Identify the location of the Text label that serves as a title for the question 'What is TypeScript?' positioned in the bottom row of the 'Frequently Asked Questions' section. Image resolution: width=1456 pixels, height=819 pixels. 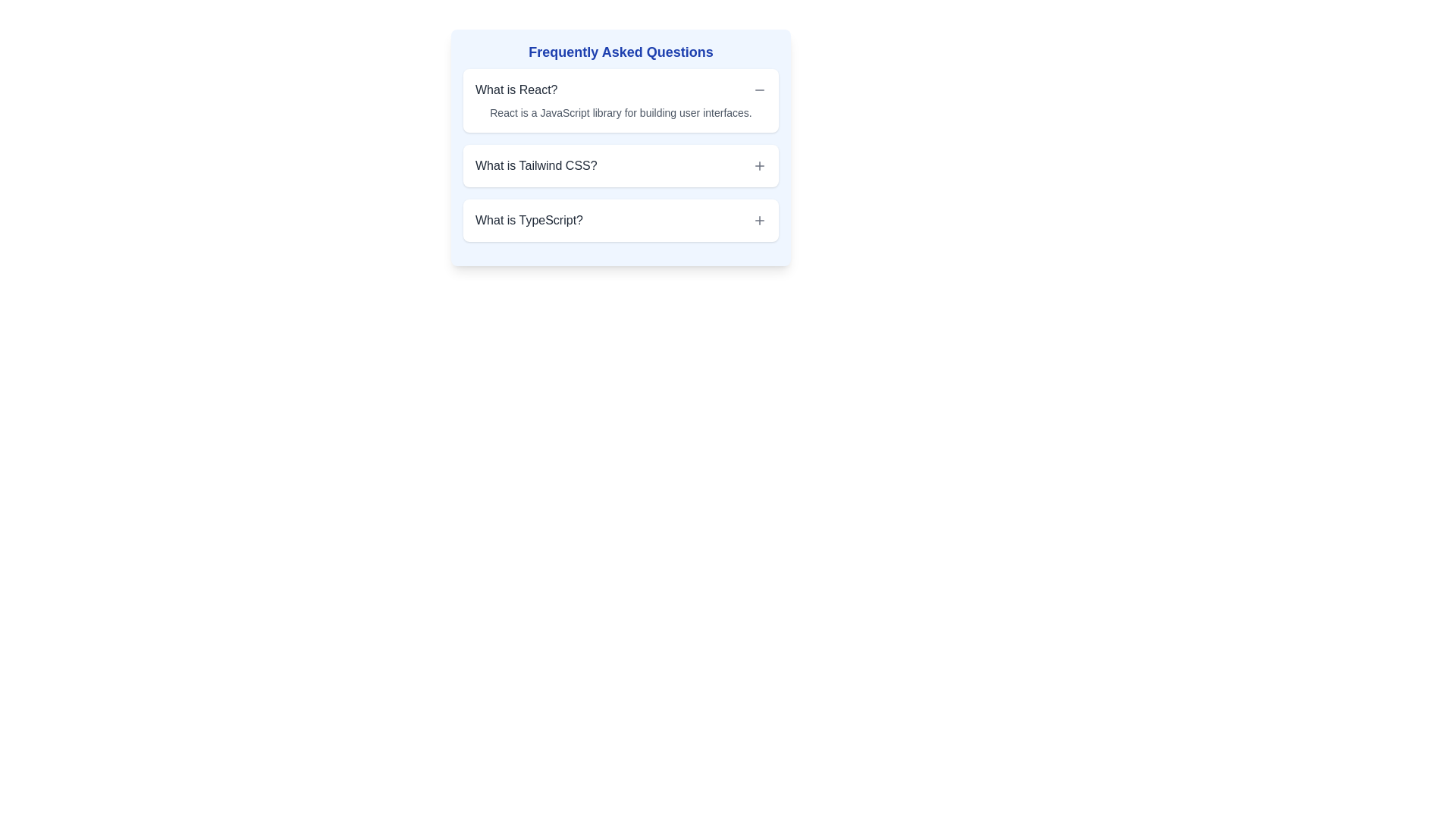
(529, 220).